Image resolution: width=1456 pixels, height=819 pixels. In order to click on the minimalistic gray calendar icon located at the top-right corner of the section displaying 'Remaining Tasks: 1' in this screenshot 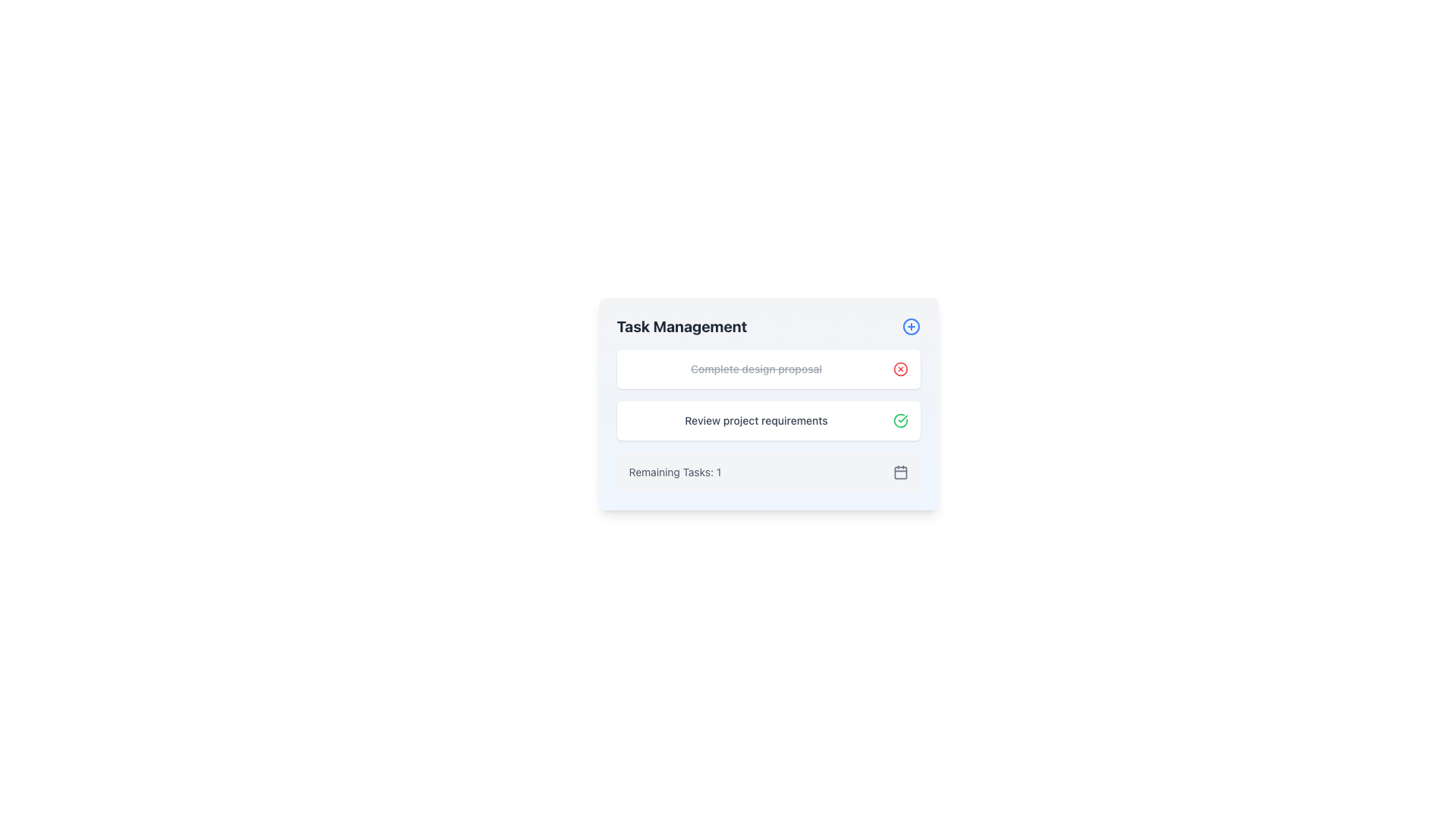, I will do `click(900, 472)`.